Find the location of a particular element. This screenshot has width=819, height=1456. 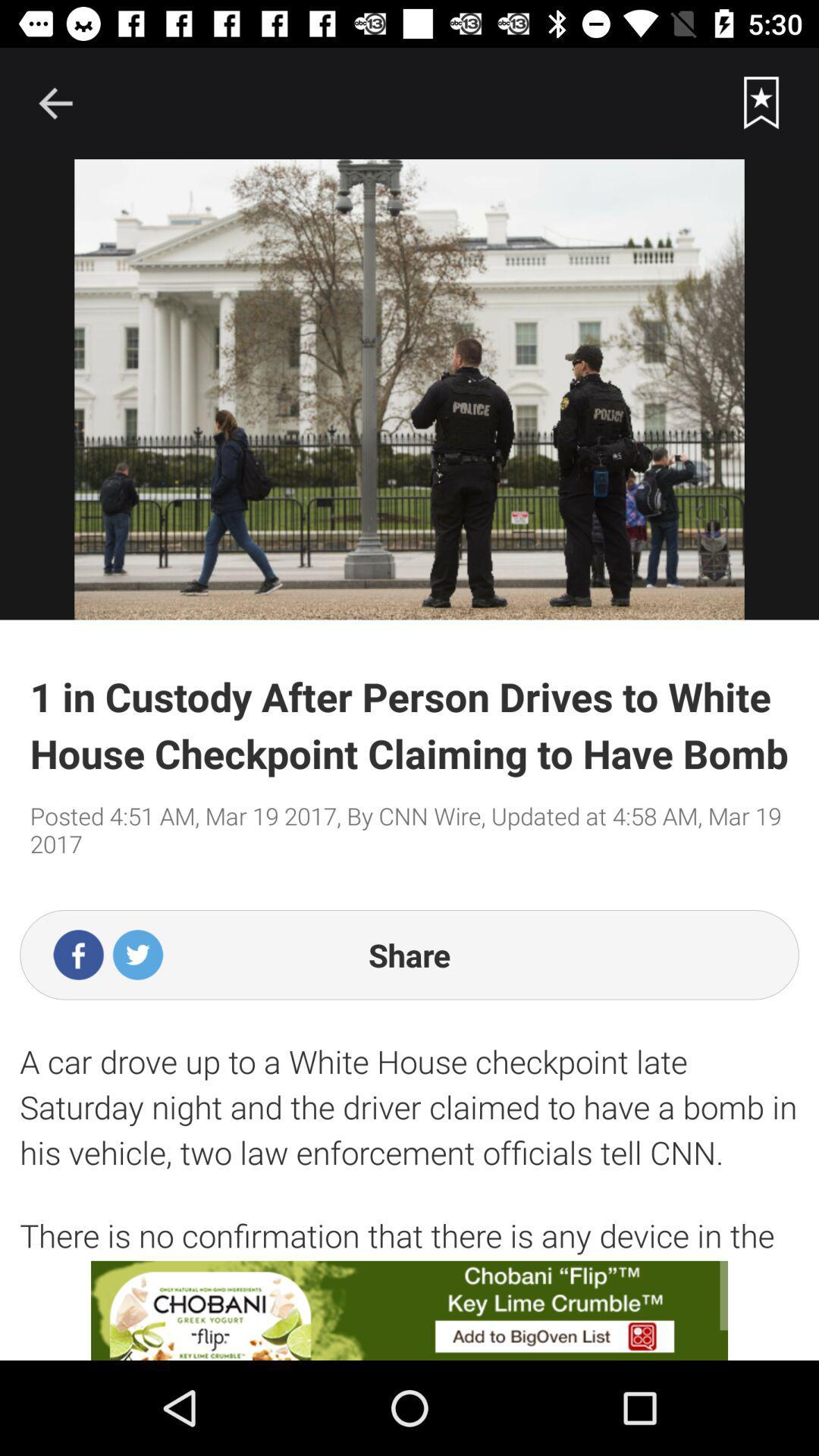

content back button is located at coordinates (55, 102).